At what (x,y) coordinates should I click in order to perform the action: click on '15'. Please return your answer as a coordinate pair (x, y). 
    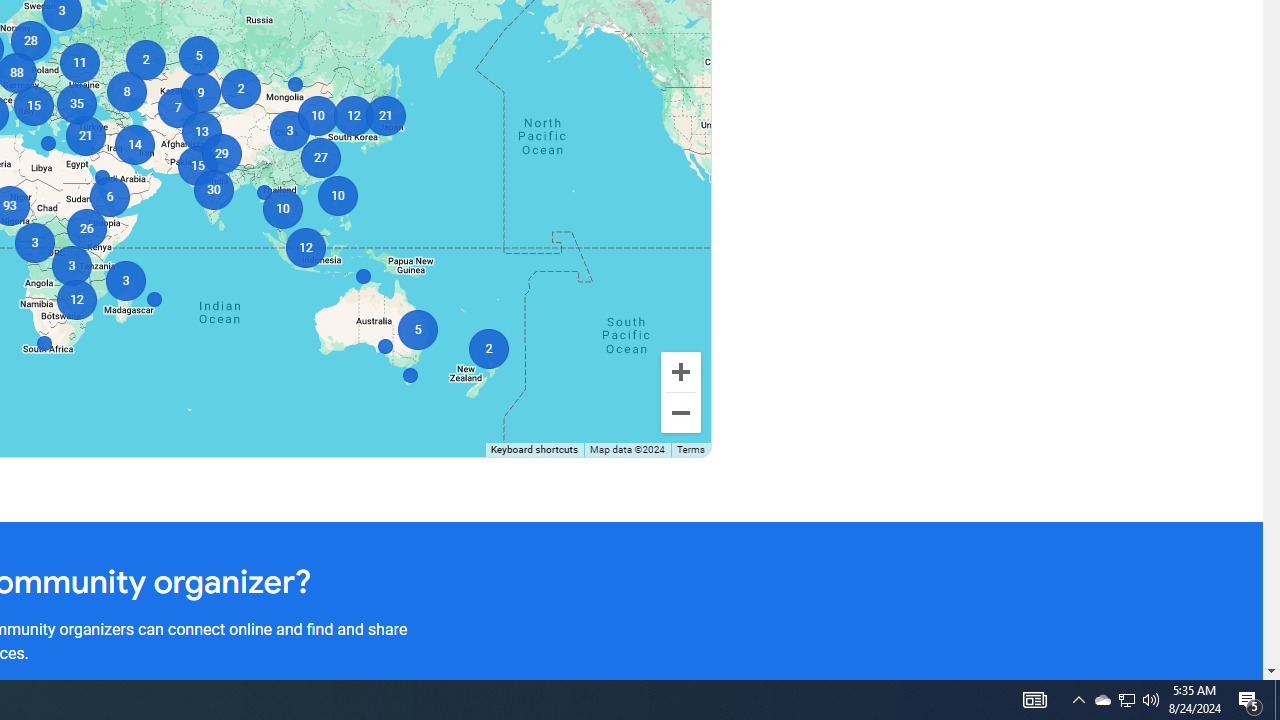
    Looking at the image, I should click on (33, 105).